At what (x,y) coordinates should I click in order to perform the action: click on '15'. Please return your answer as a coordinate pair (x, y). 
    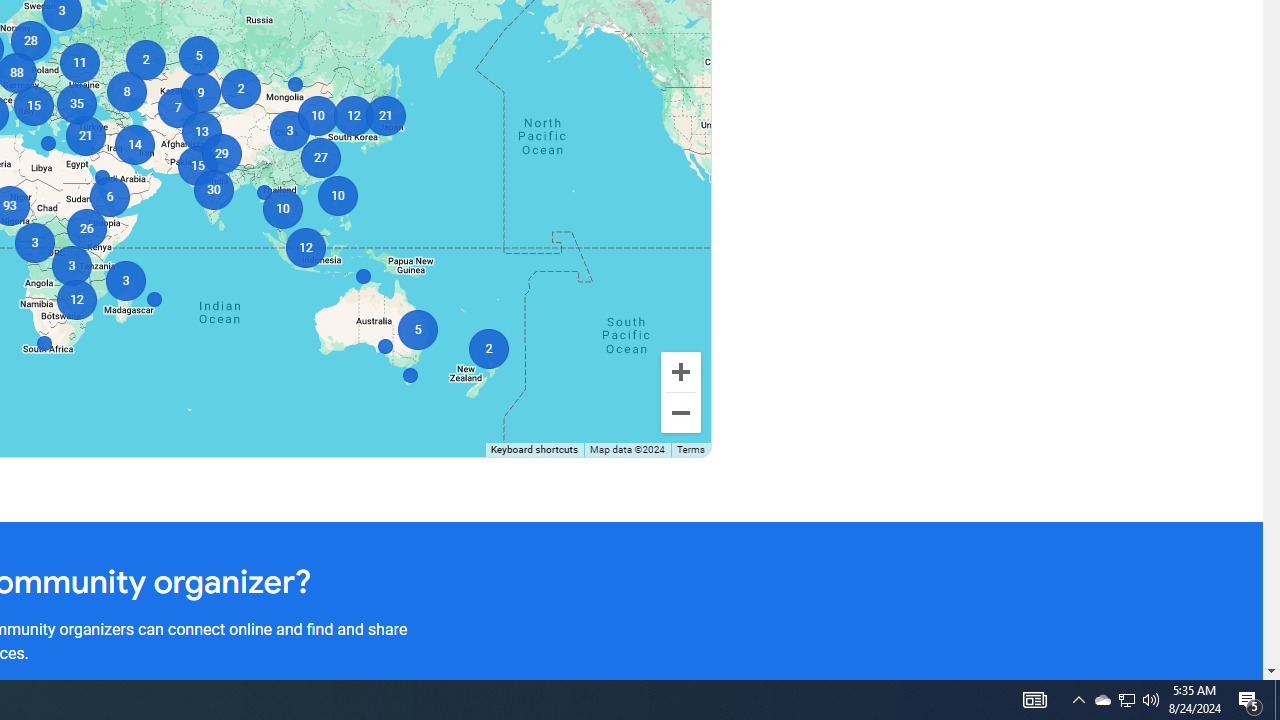
    Looking at the image, I should click on (33, 105).